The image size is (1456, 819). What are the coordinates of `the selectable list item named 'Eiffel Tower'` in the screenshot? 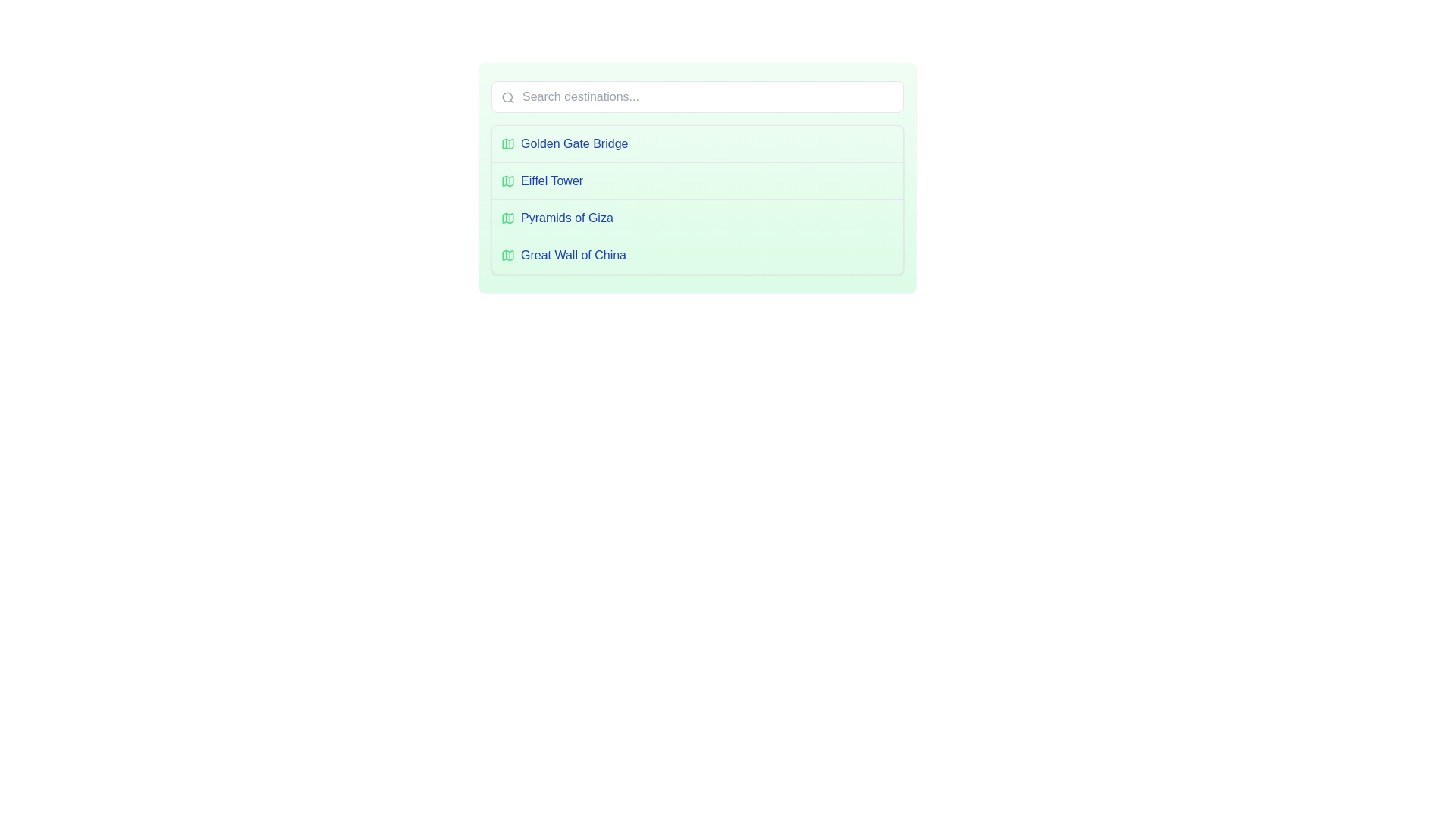 It's located at (697, 180).